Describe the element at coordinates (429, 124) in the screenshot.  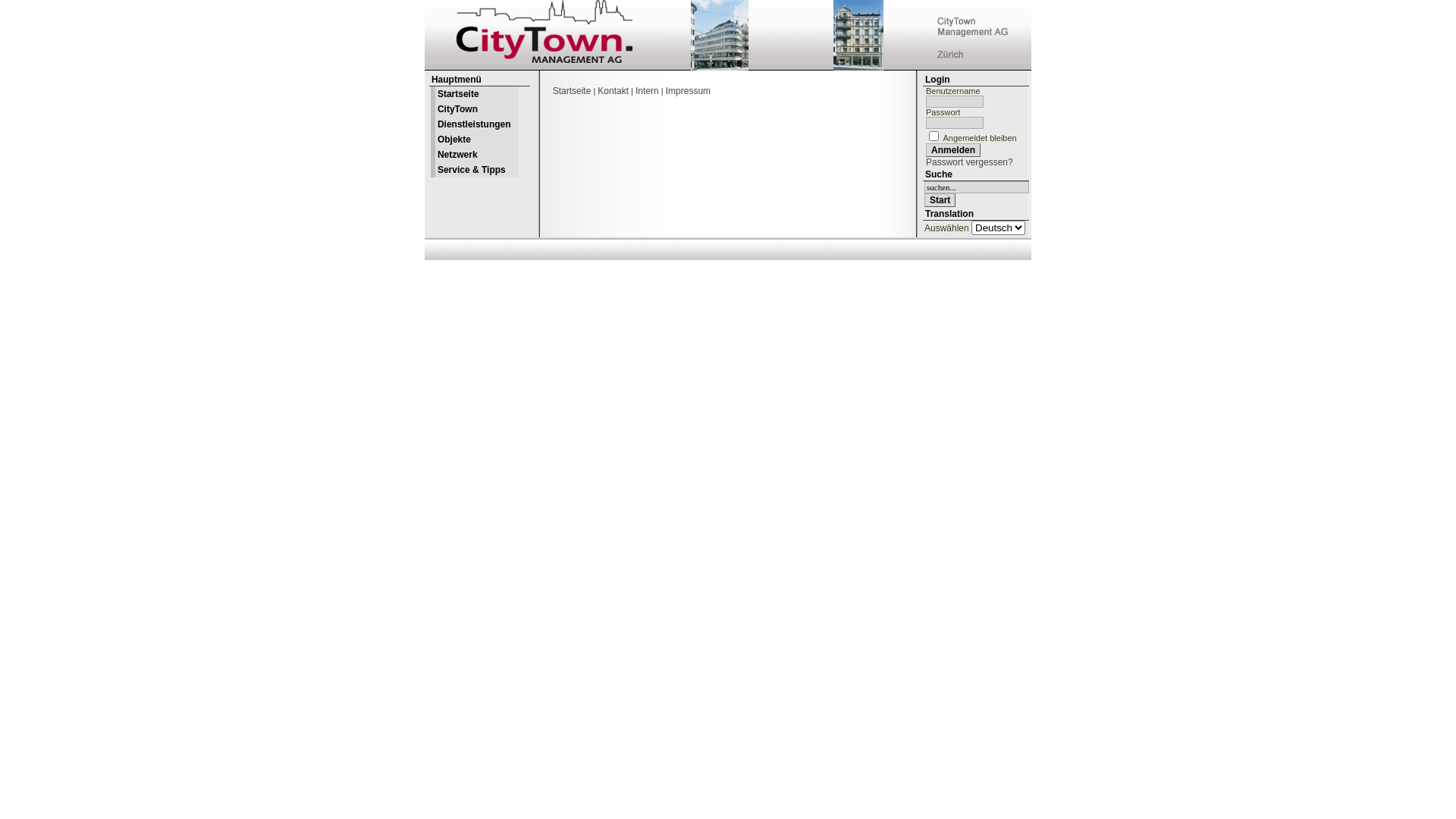
I see `'Dienstleistungen'` at that location.